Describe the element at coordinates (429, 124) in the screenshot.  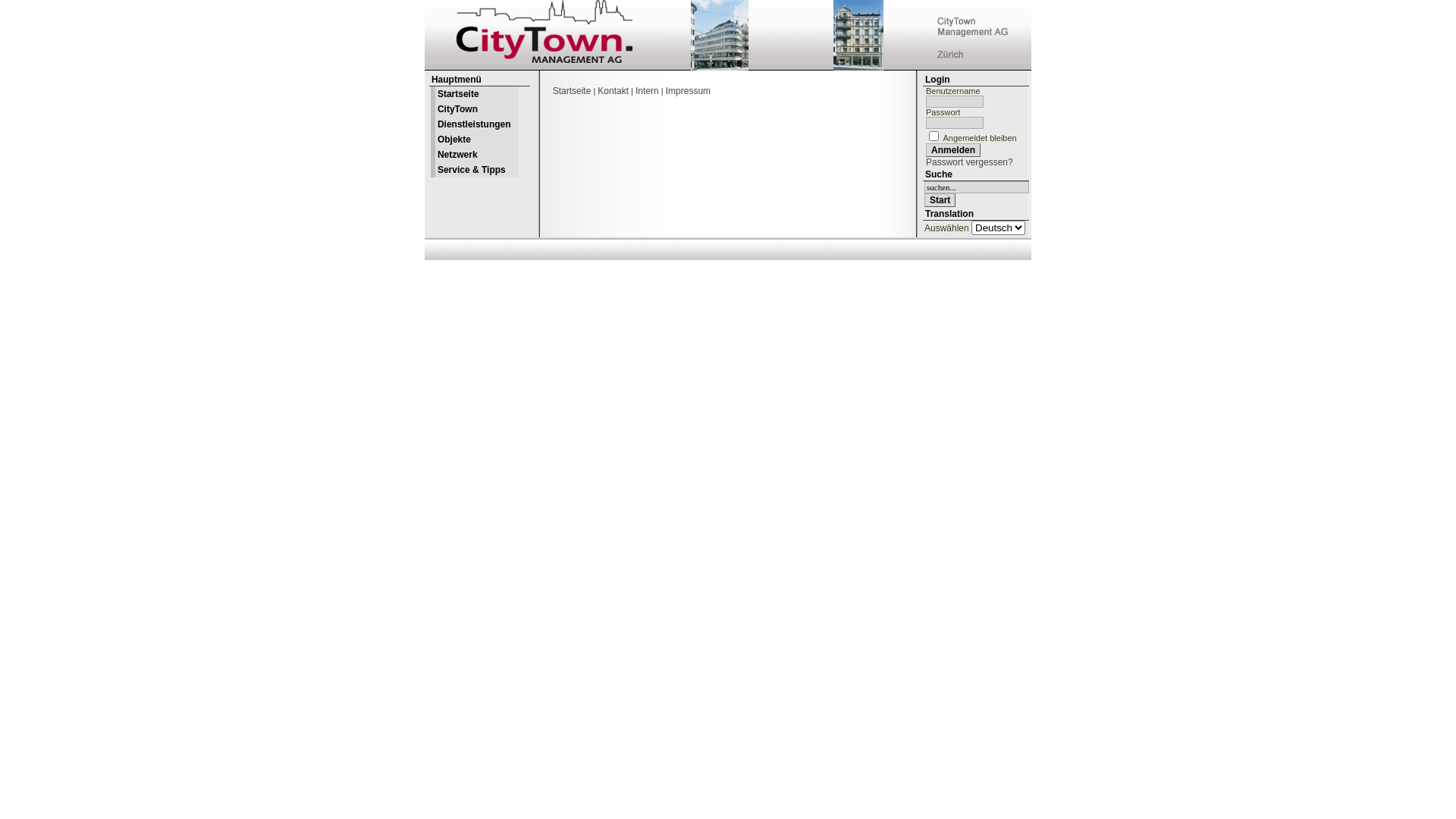
I see `'Dienstleistungen'` at that location.